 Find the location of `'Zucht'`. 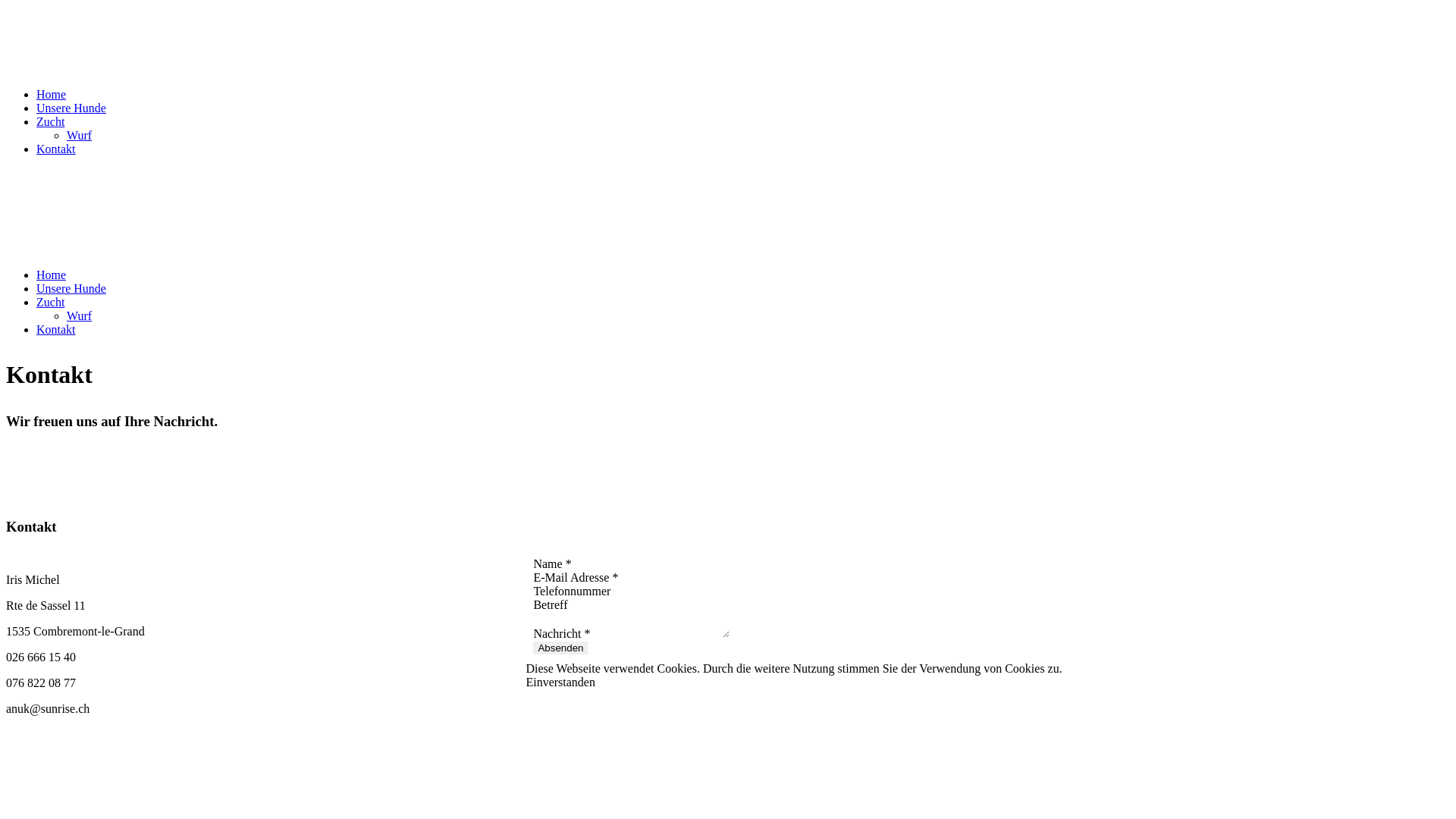

'Zucht' is located at coordinates (36, 302).